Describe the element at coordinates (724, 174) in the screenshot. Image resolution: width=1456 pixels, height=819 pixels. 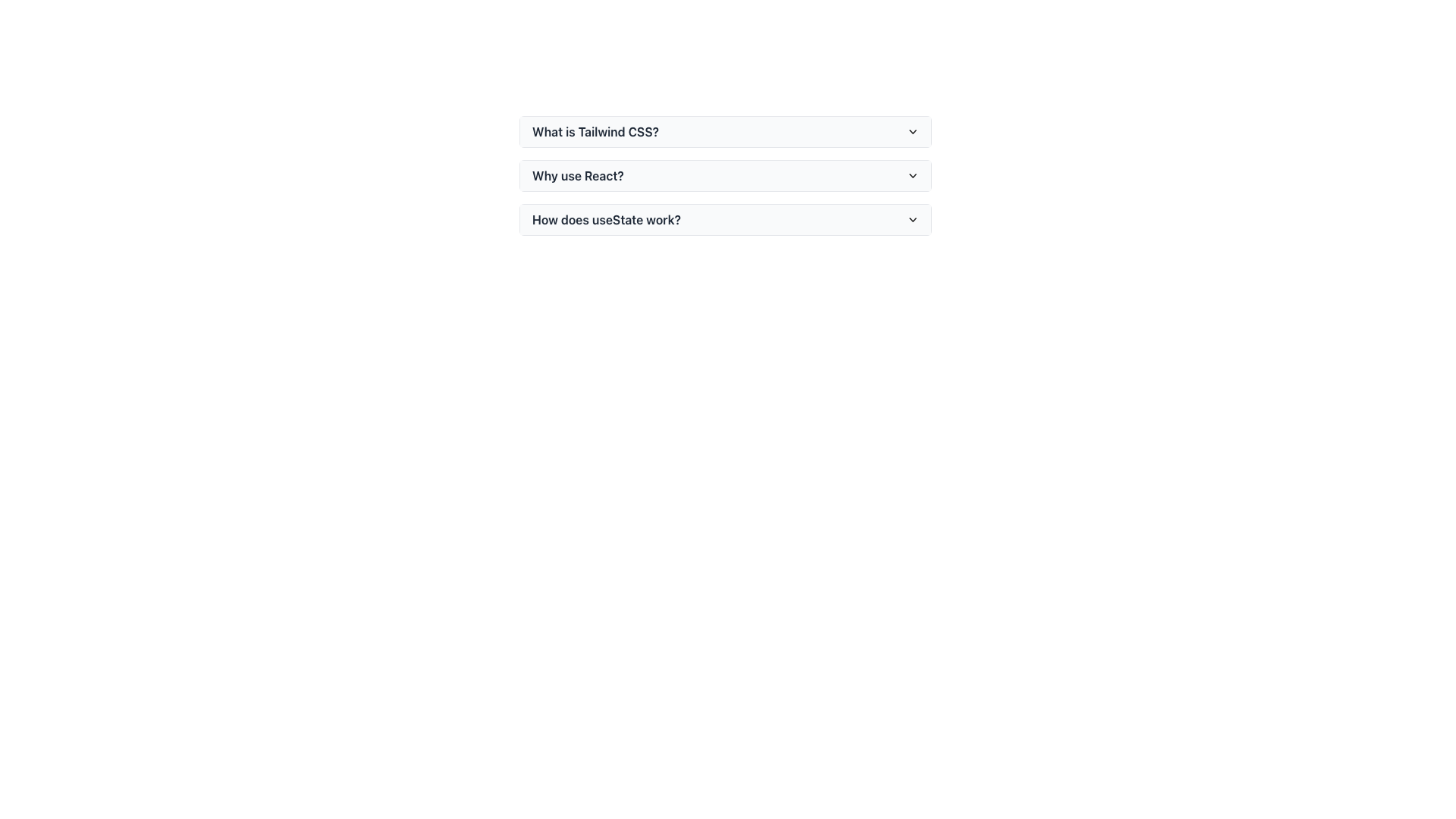
I see `the 'Why use React?' collapsible list item` at that location.